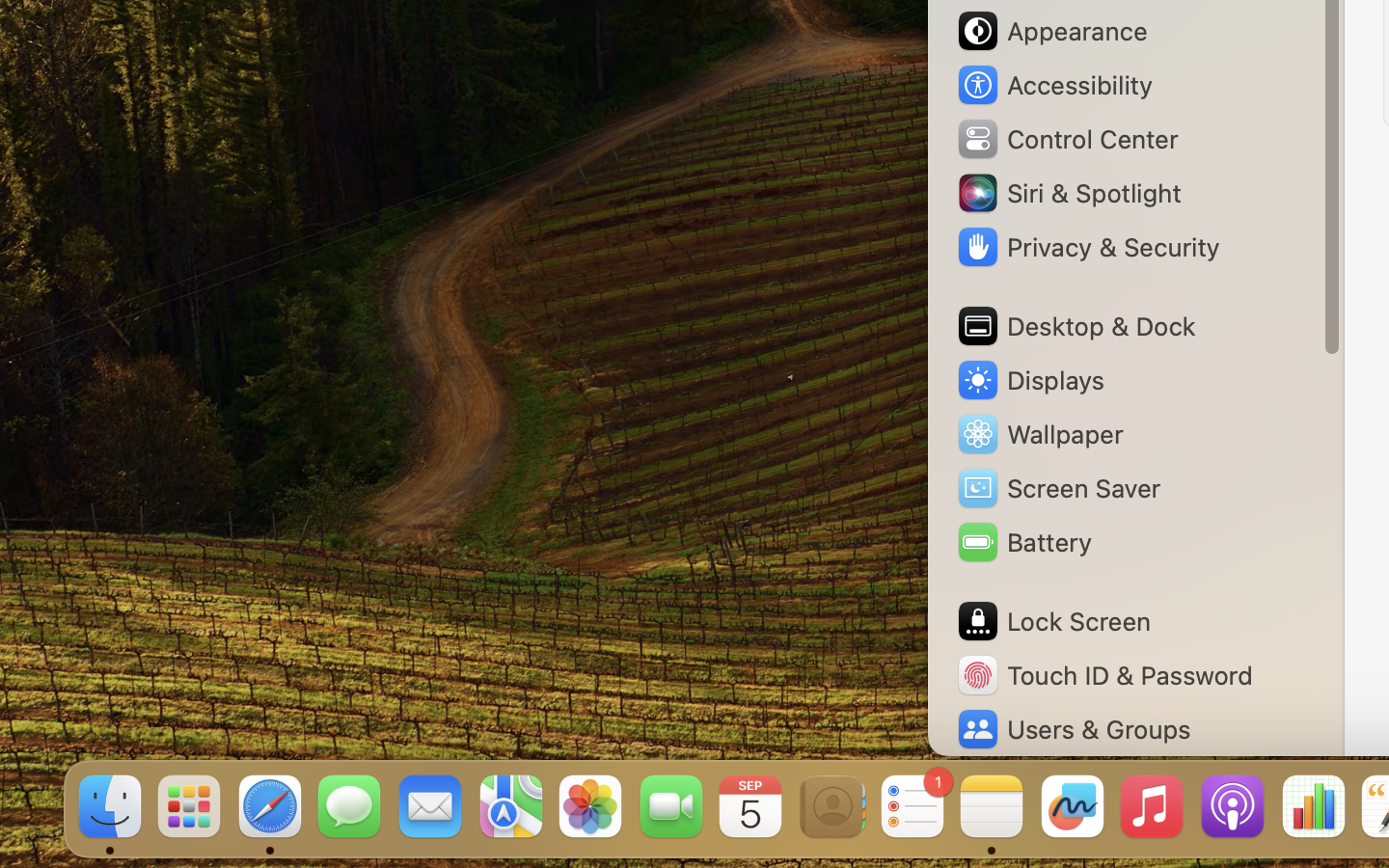 The height and width of the screenshot is (868, 1389). I want to click on 'Users & Groups', so click(1071, 728).